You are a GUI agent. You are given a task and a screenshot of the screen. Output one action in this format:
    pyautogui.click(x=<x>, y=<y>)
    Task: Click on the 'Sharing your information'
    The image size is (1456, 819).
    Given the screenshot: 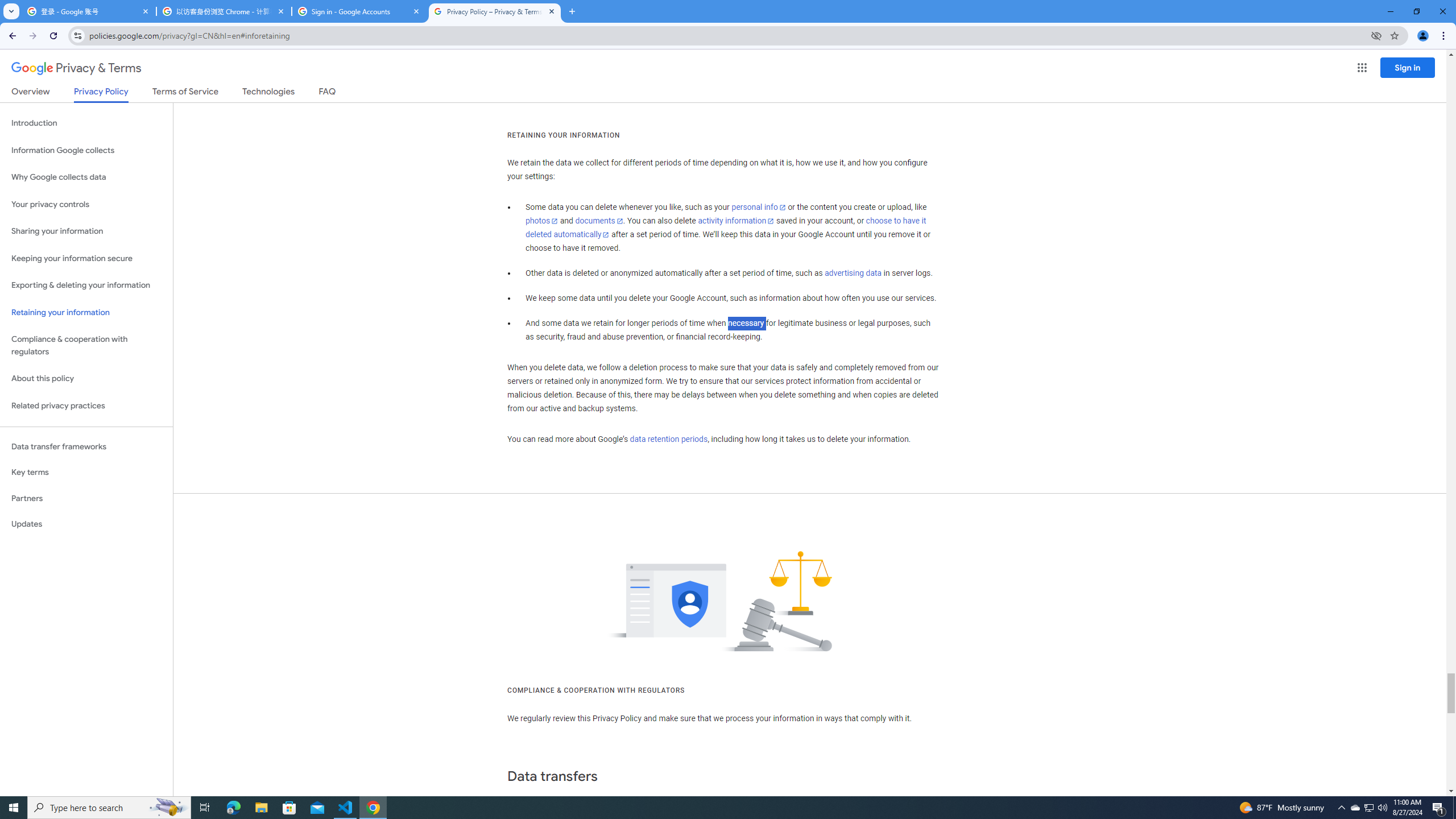 What is the action you would take?
    pyautogui.click(x=86, y=230)
    